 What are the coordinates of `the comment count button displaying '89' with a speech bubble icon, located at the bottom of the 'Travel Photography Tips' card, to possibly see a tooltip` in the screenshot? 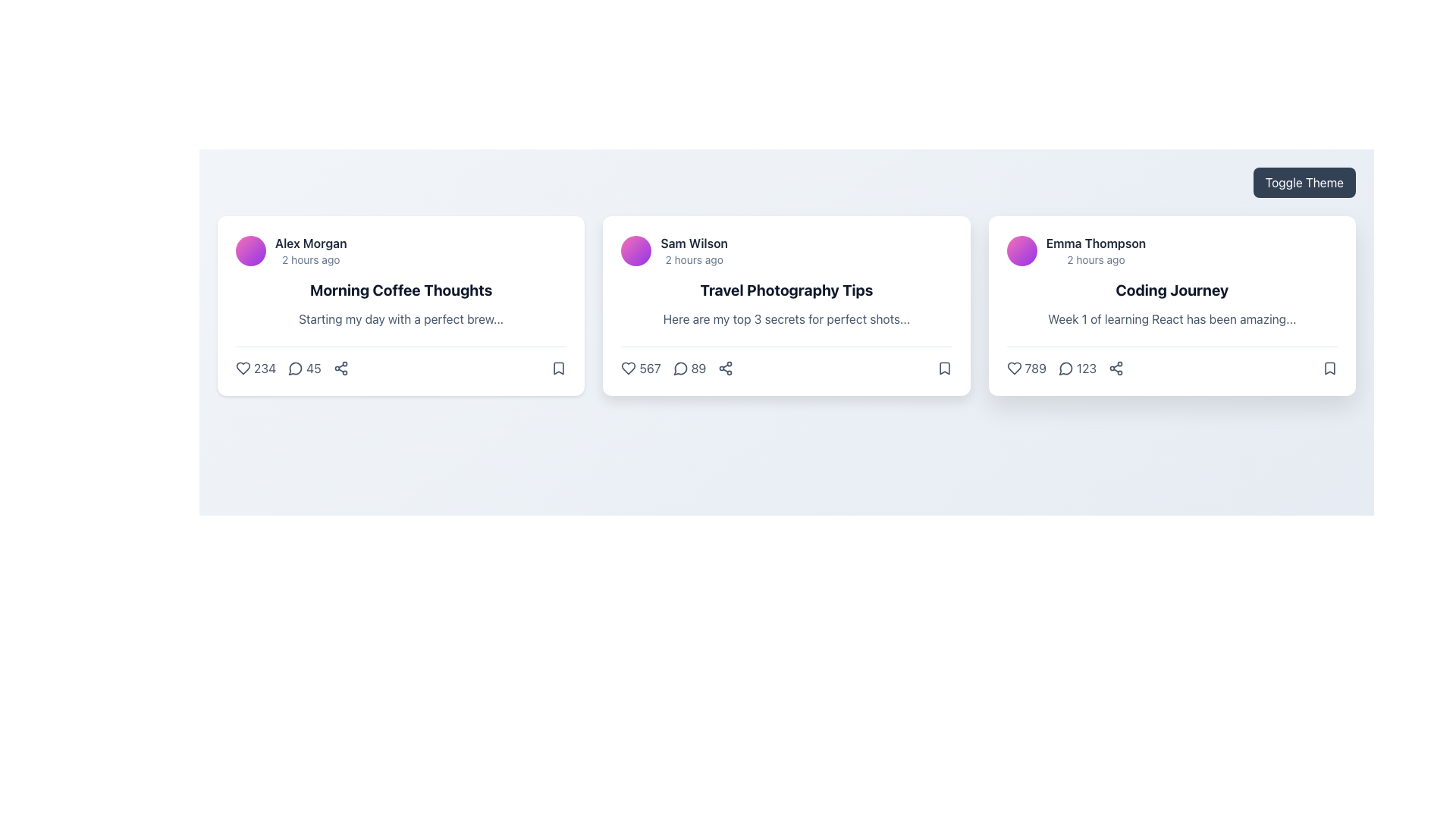 It's located at (676, 369).